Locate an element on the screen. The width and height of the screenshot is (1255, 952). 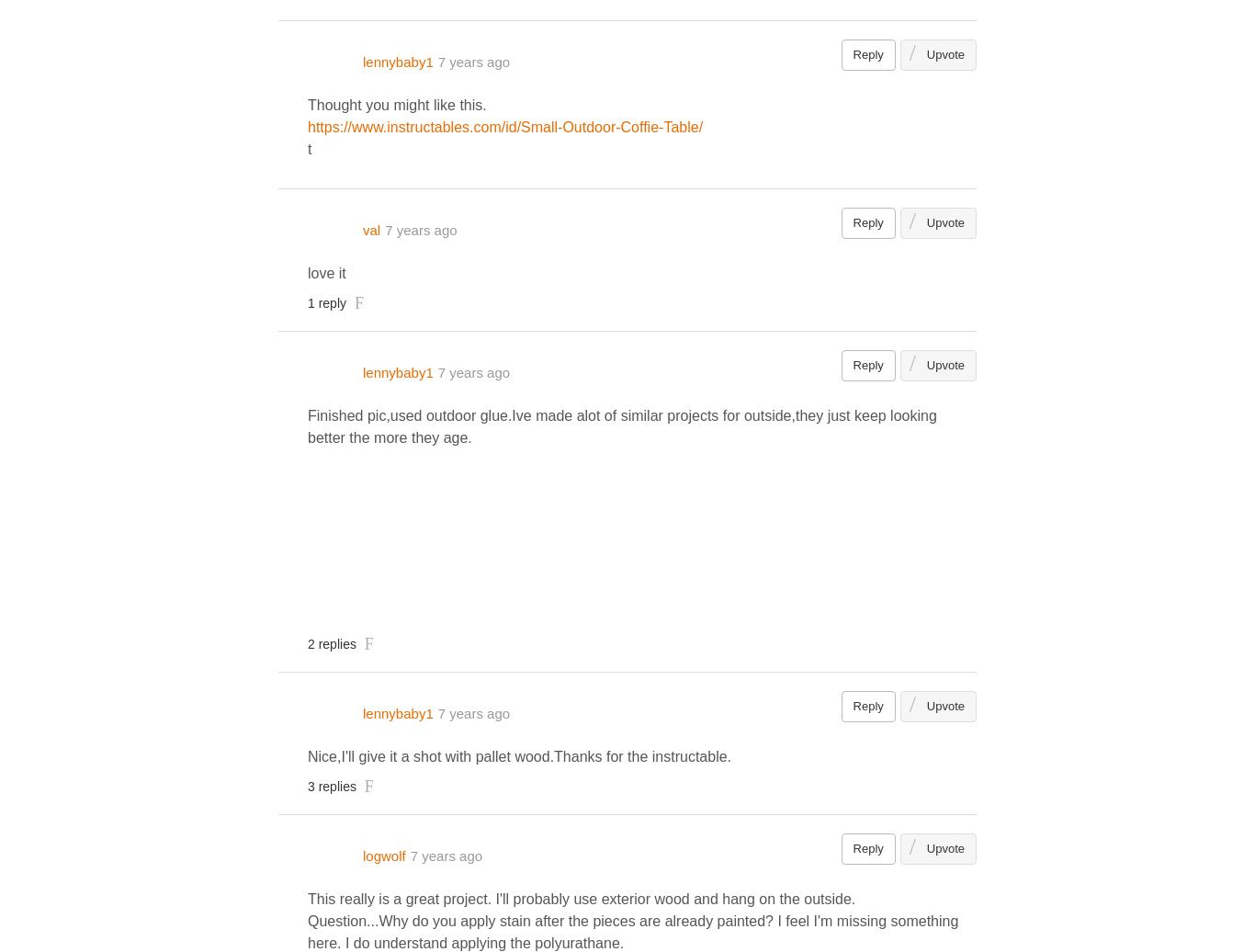
'val' is located at coordinates (370, 229).